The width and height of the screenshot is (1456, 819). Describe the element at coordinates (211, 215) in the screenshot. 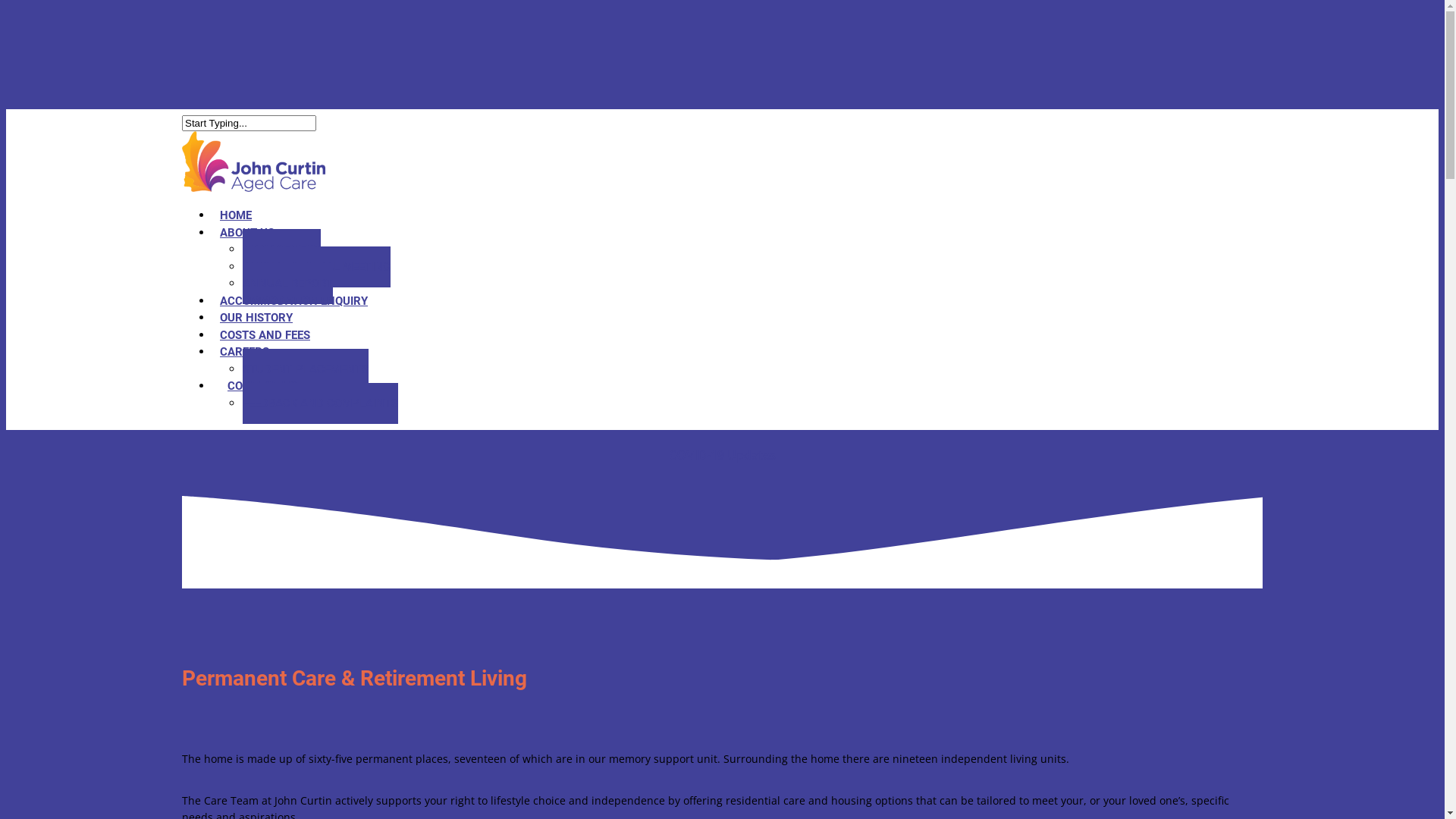

I see `'HOME'` at that location.